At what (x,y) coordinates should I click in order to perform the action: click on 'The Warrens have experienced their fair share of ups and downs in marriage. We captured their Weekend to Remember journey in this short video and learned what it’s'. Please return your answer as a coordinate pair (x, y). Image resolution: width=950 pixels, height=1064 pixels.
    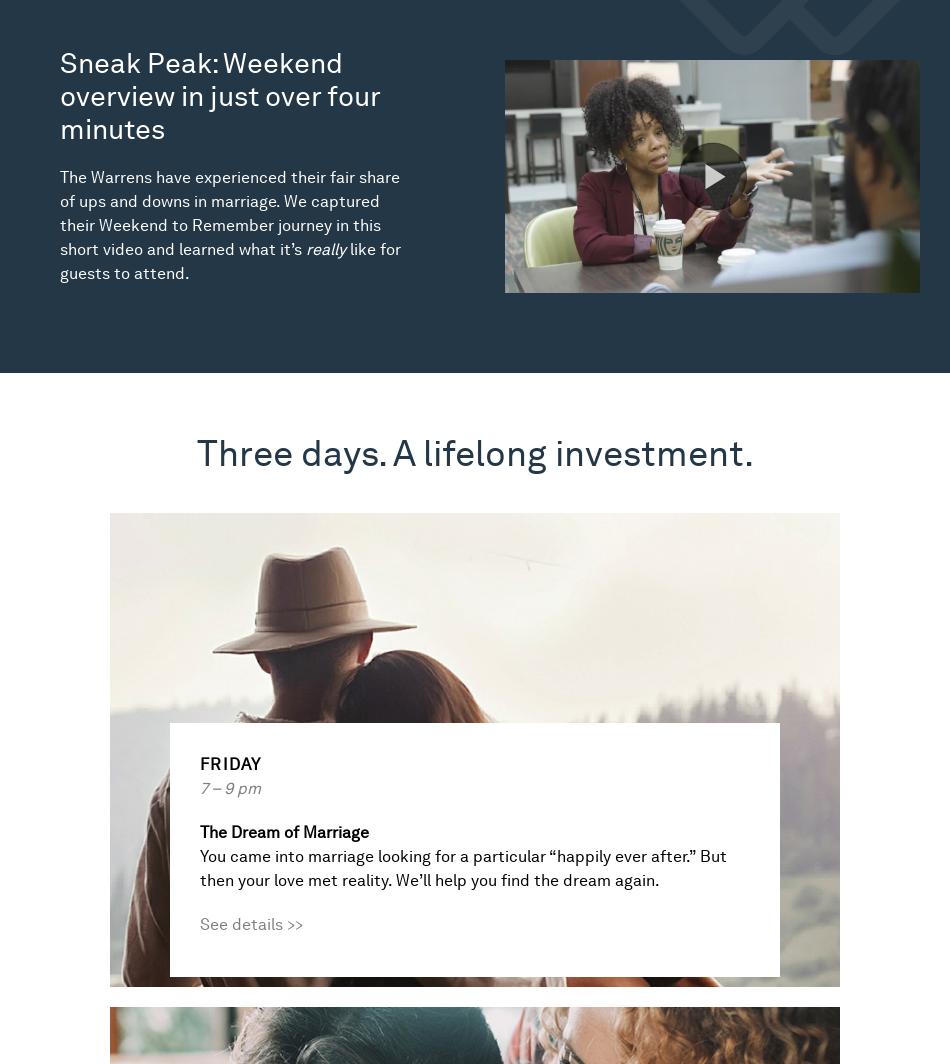
    Looking at the image, I should click on (229, 213).